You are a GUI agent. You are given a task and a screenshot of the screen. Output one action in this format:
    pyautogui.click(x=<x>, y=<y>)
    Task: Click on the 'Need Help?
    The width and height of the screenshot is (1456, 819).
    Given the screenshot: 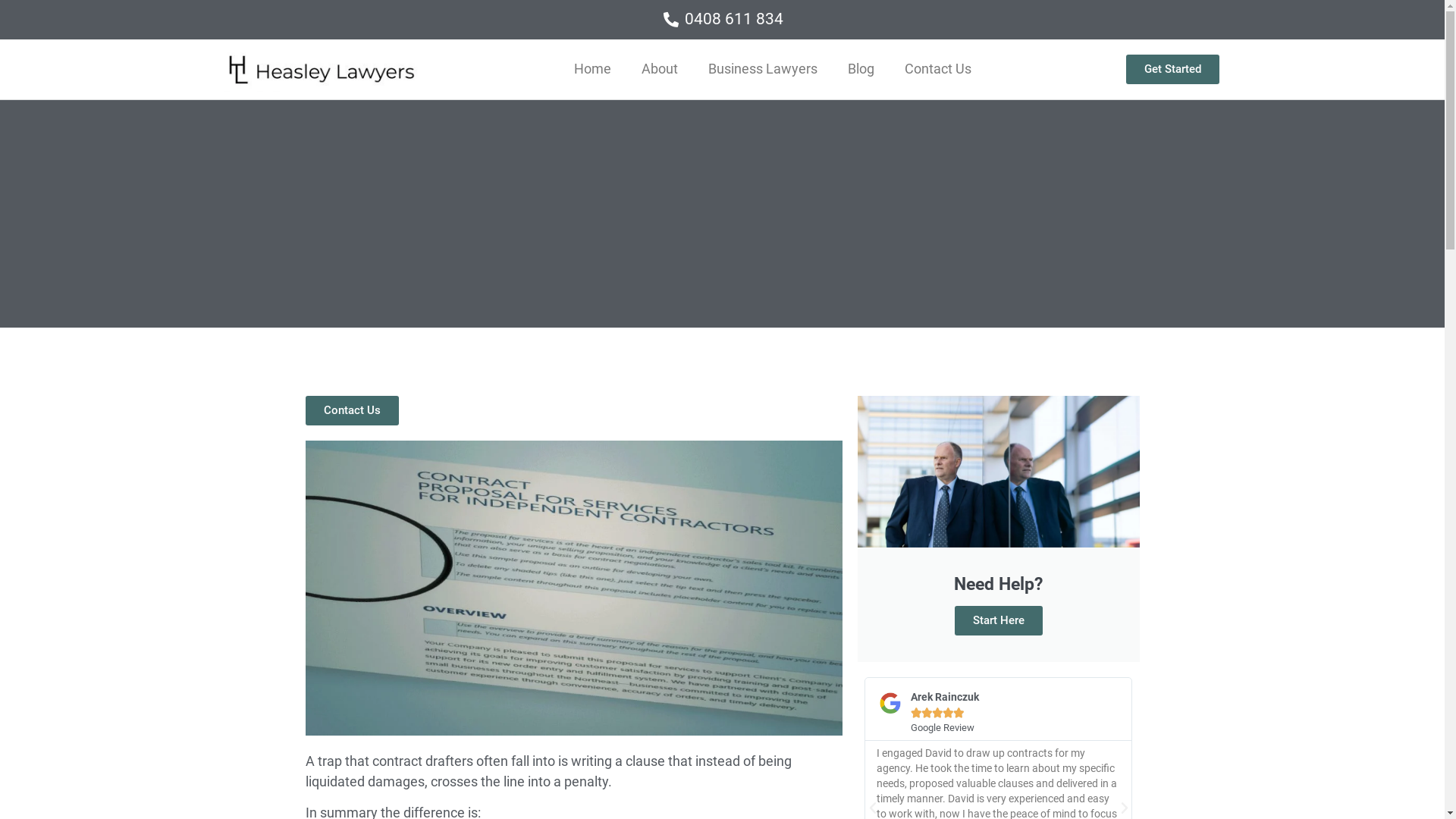 What is the action you would take?
    pyautogui.click(x=856, y=529)
    